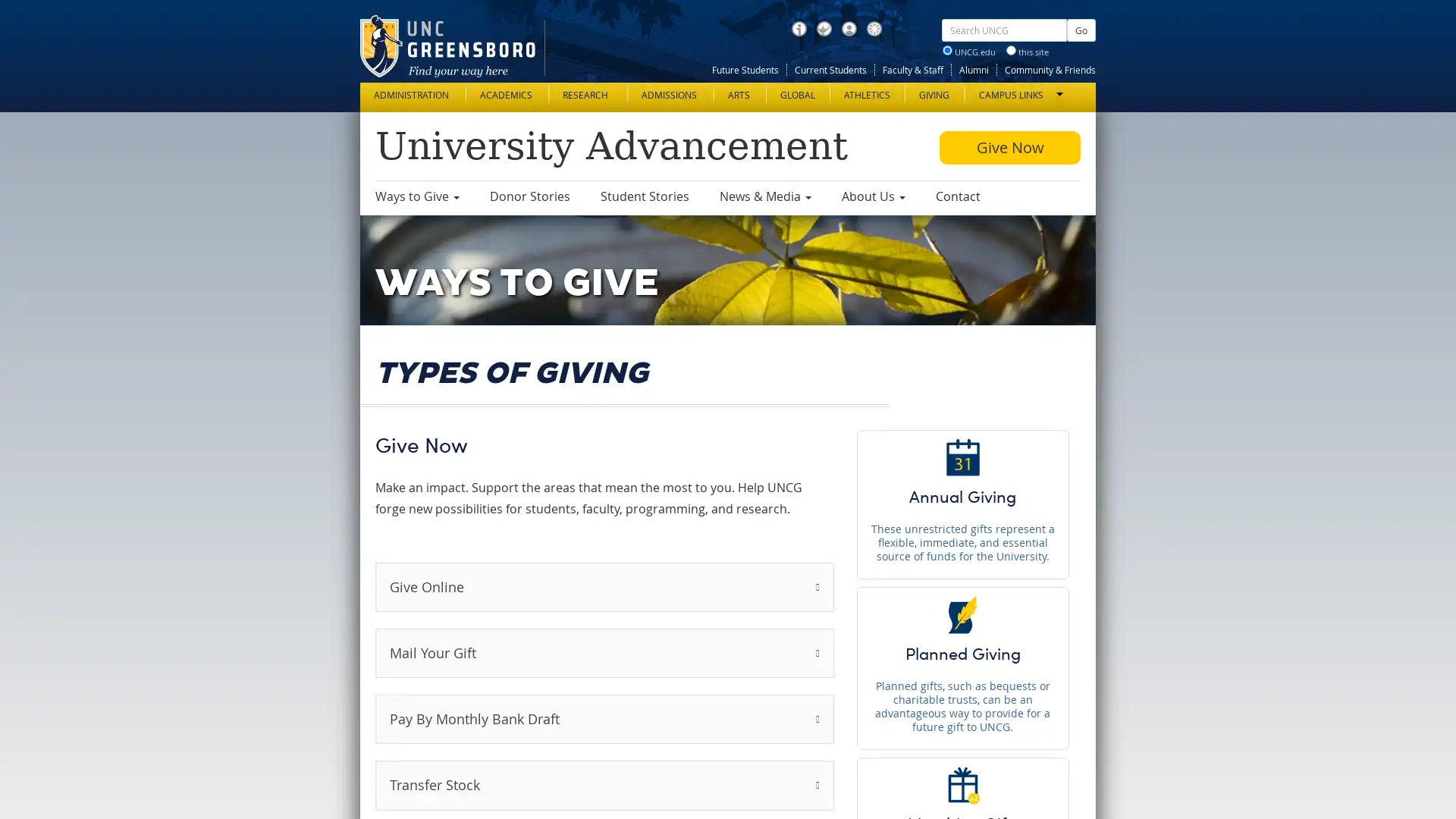 The width and height of the screenshot is (1456, 819). Describe the element at coordinates (603, 785) in the screenshot. I see `Transfer Stock` at that location.